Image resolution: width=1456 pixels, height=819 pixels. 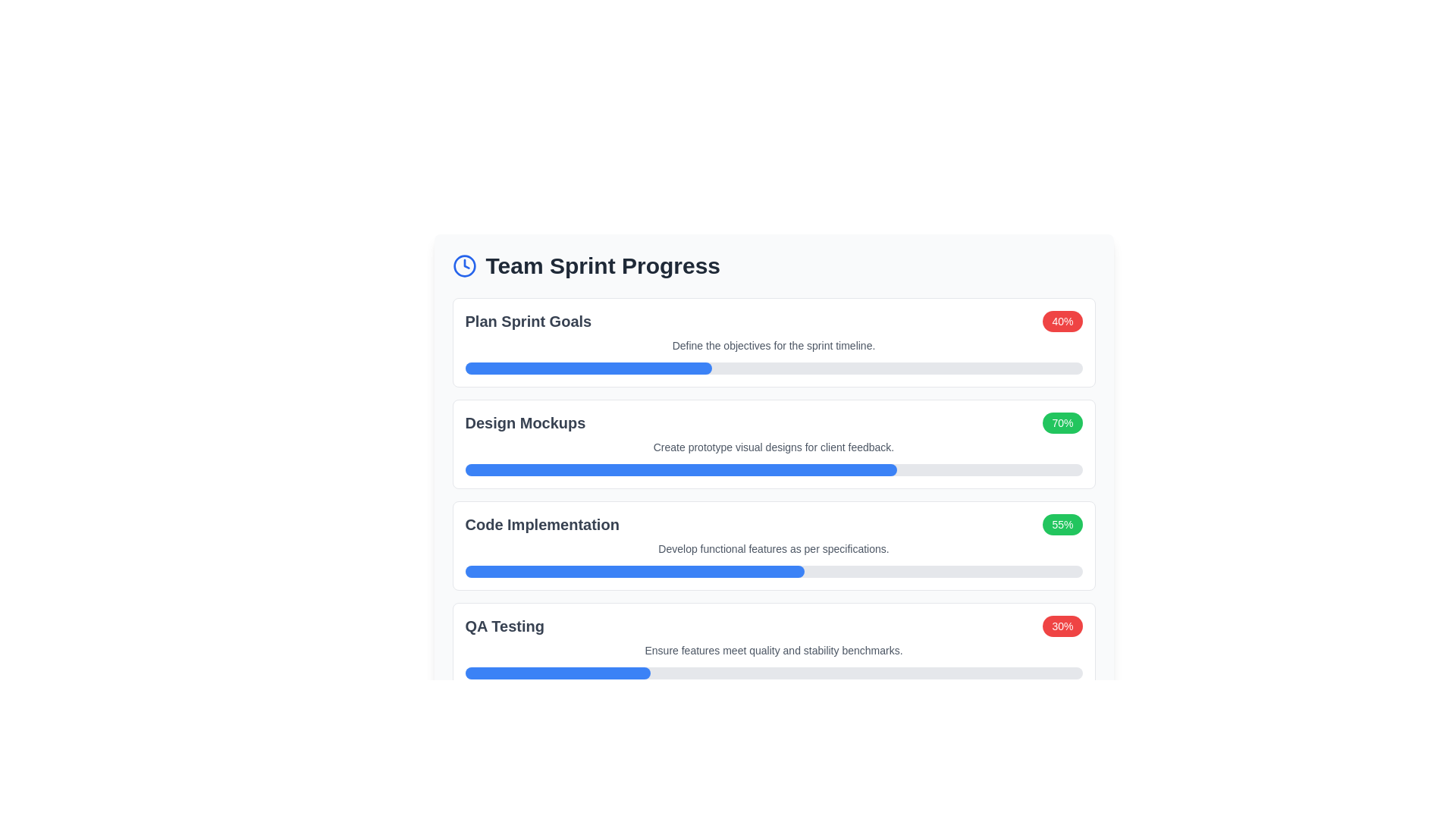 I want to click on the progress represented by the active fill portion of the progress bar titled 'Code Implementation', which indicates 55% completion, so click(x=635, y=571).